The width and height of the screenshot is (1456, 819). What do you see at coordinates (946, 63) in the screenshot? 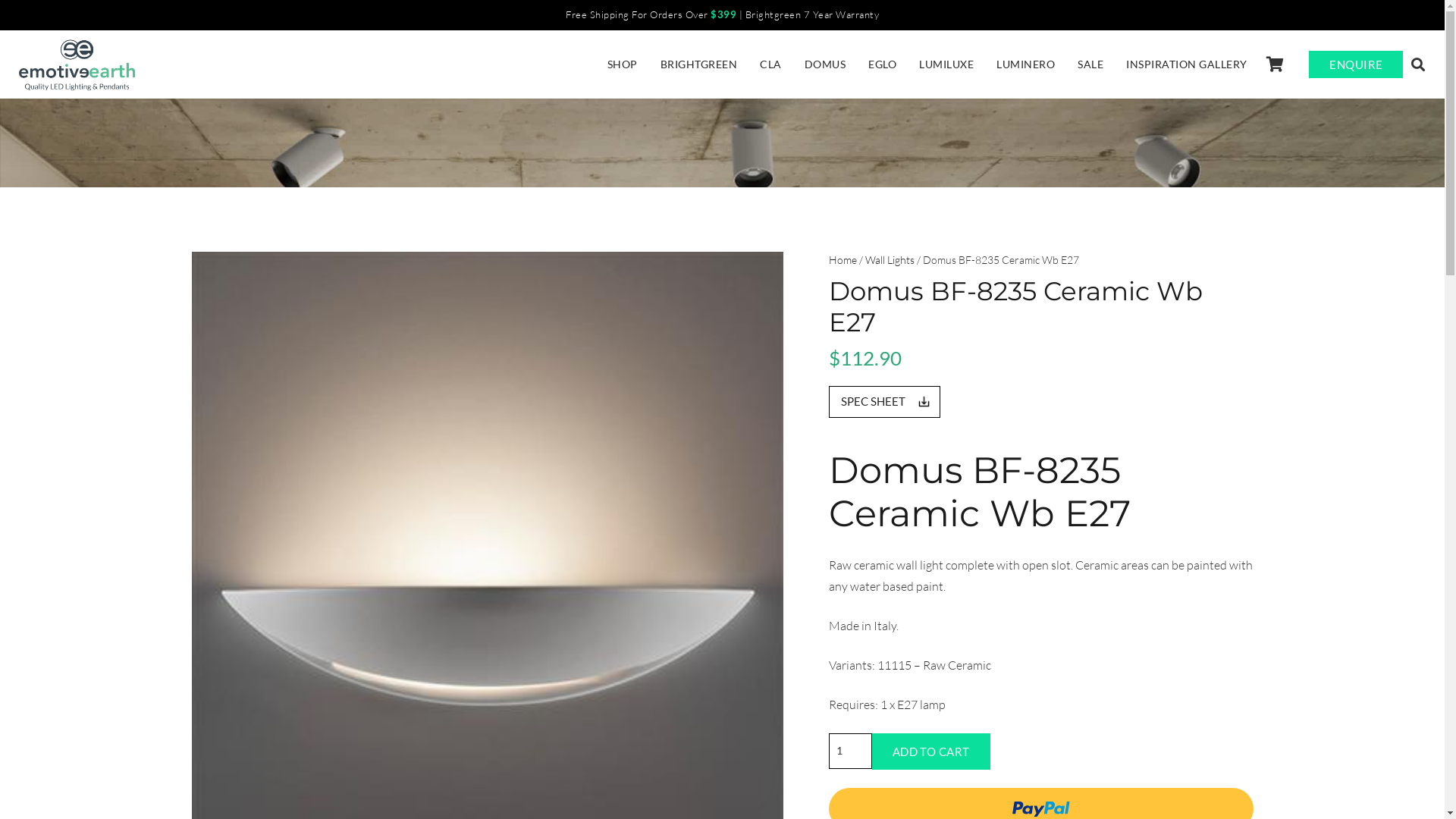
I see `'LUMILUXE'` at bounding box center [946, 63].